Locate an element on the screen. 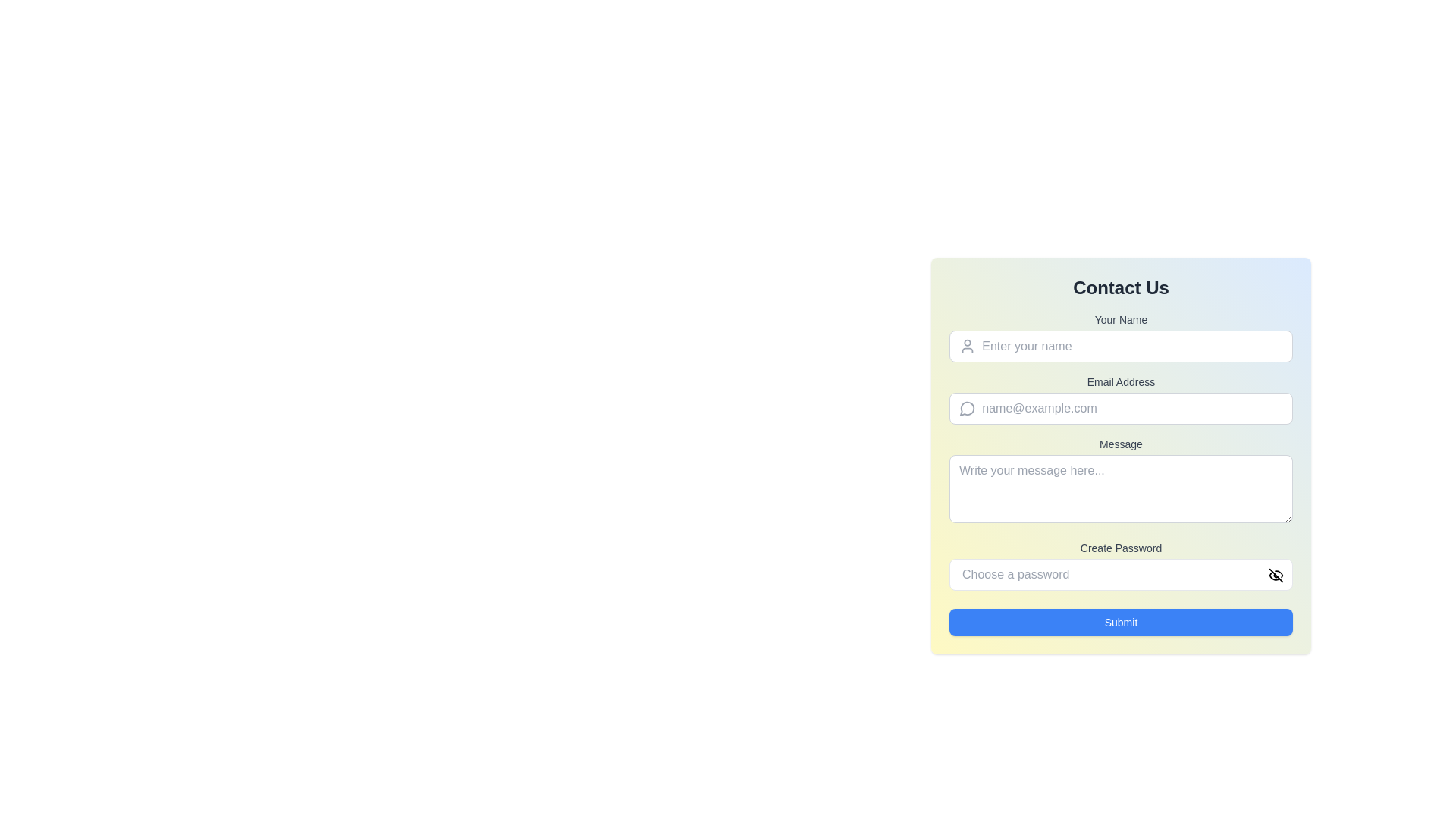 The height and width of the screenshot is (819, 1456). the 'Create Password' static text label, which is styled in gray and aligned to the left, located beneath the 'Message' input field in the form is located at coordinates (1121, 548).